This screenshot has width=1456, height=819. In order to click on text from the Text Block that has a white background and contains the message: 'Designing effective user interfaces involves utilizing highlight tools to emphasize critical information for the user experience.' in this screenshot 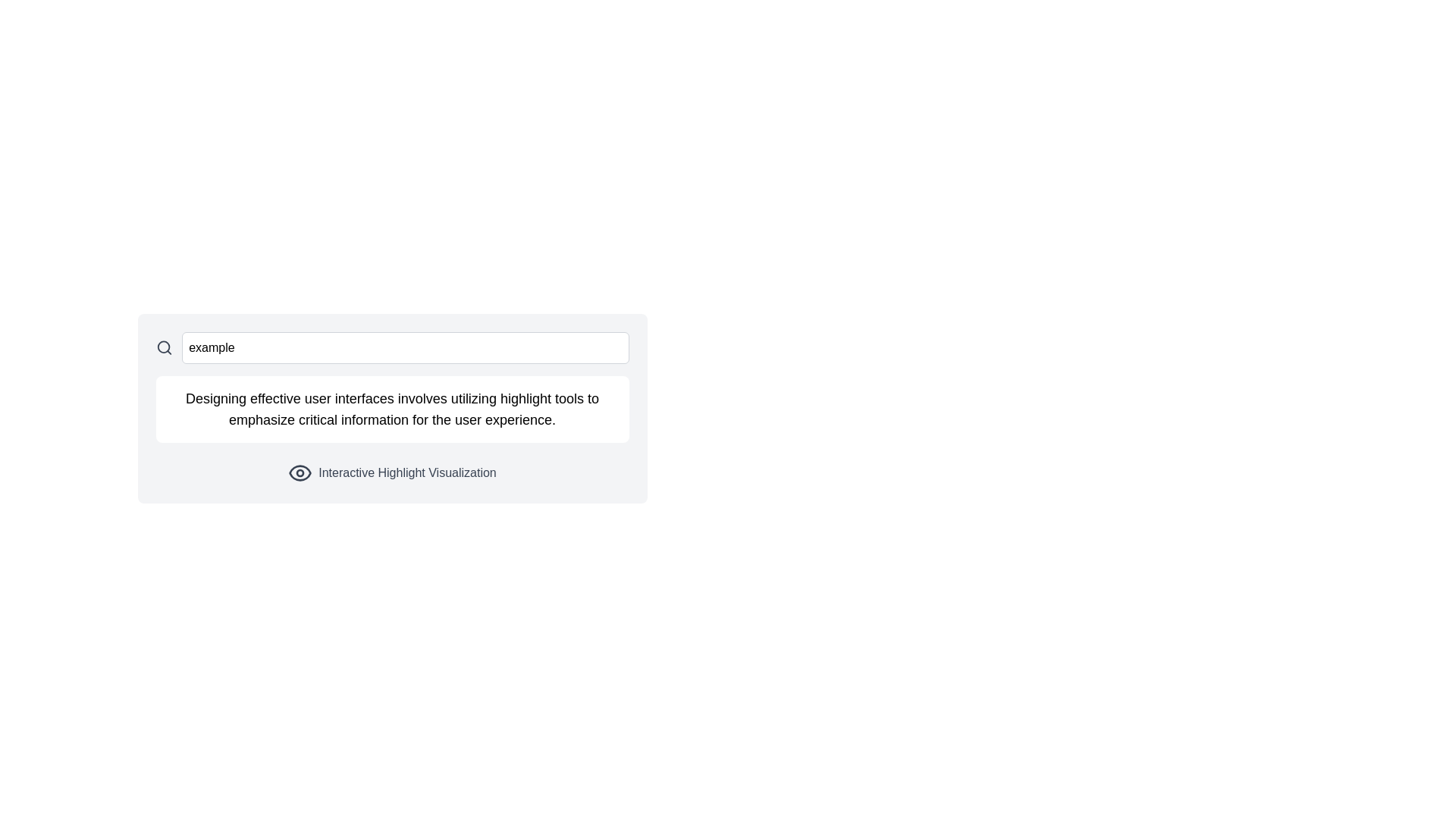, I will do `click(392, 409)`.